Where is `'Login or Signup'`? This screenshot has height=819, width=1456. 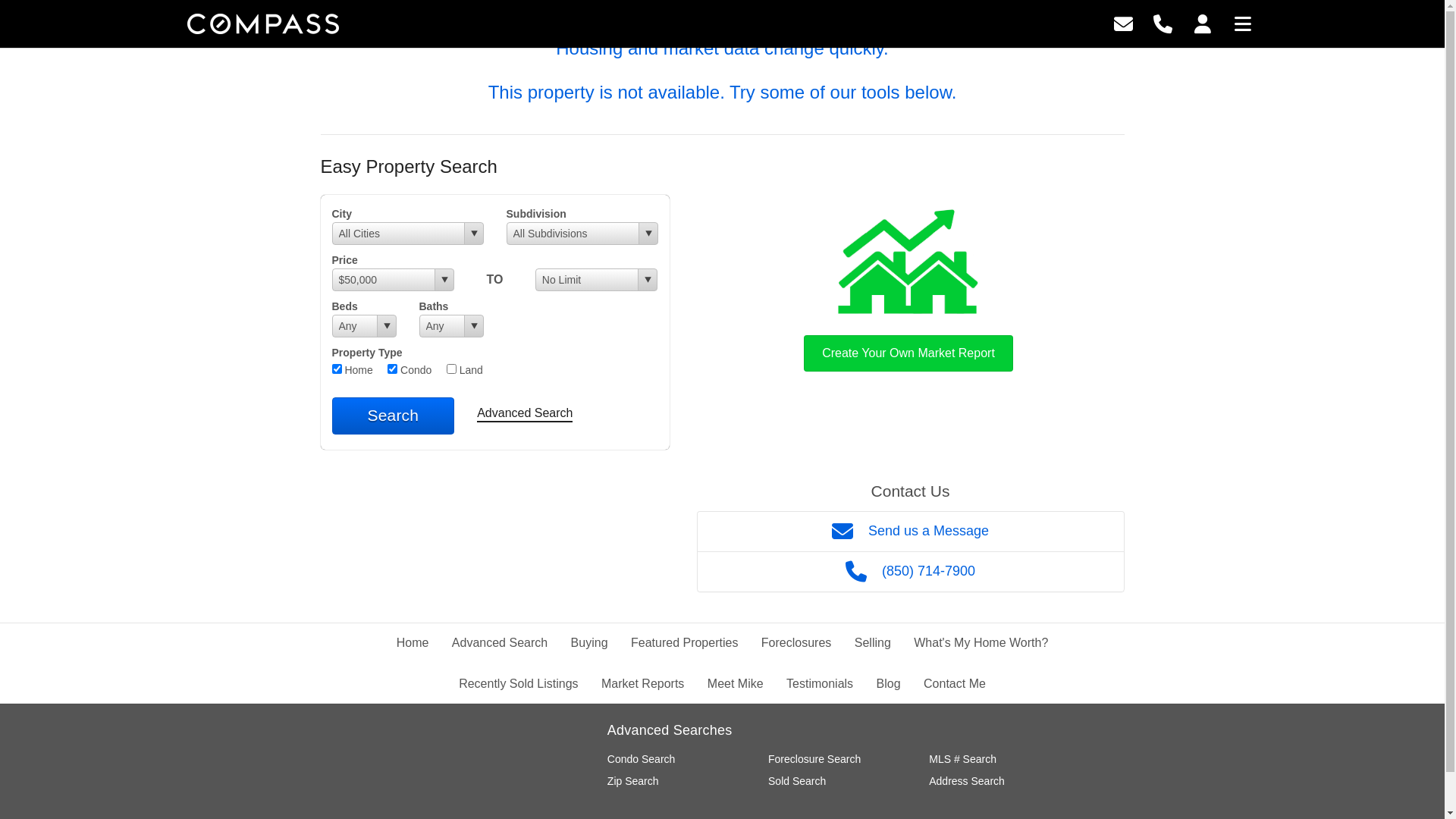
'Login or Signup' is located at coordinates (1193, 23).